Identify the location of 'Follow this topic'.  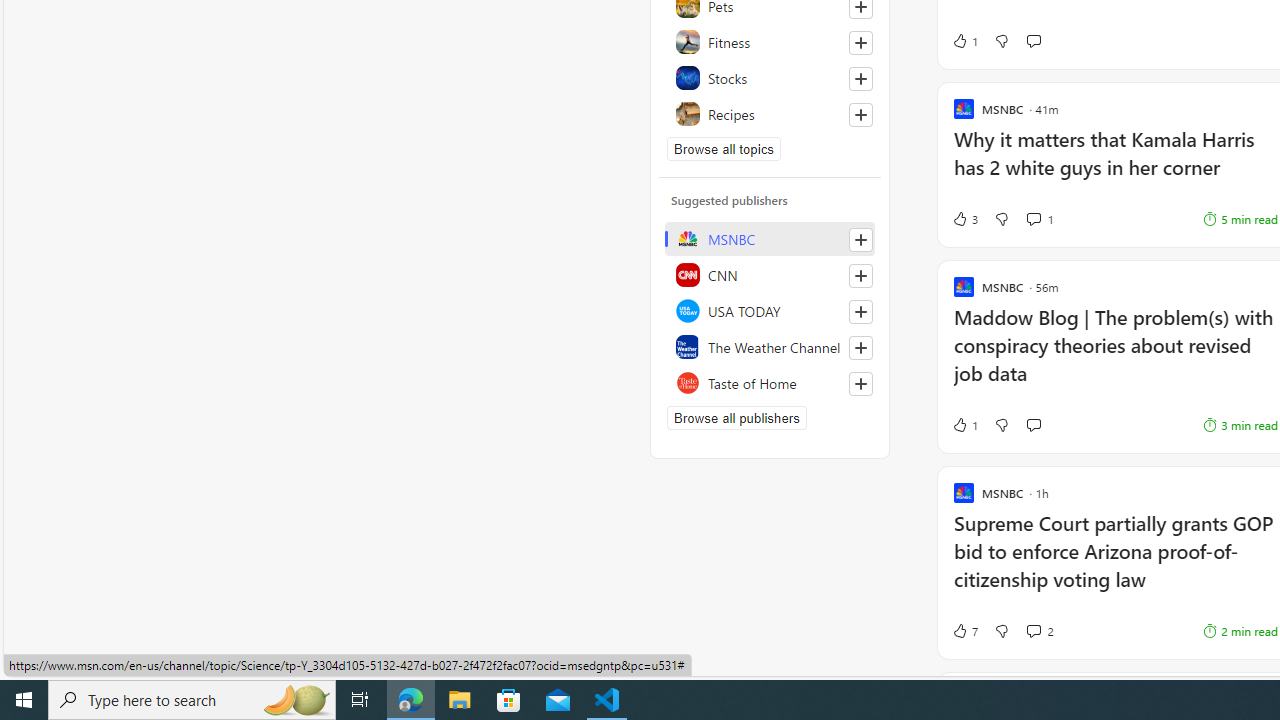
(860, 114).